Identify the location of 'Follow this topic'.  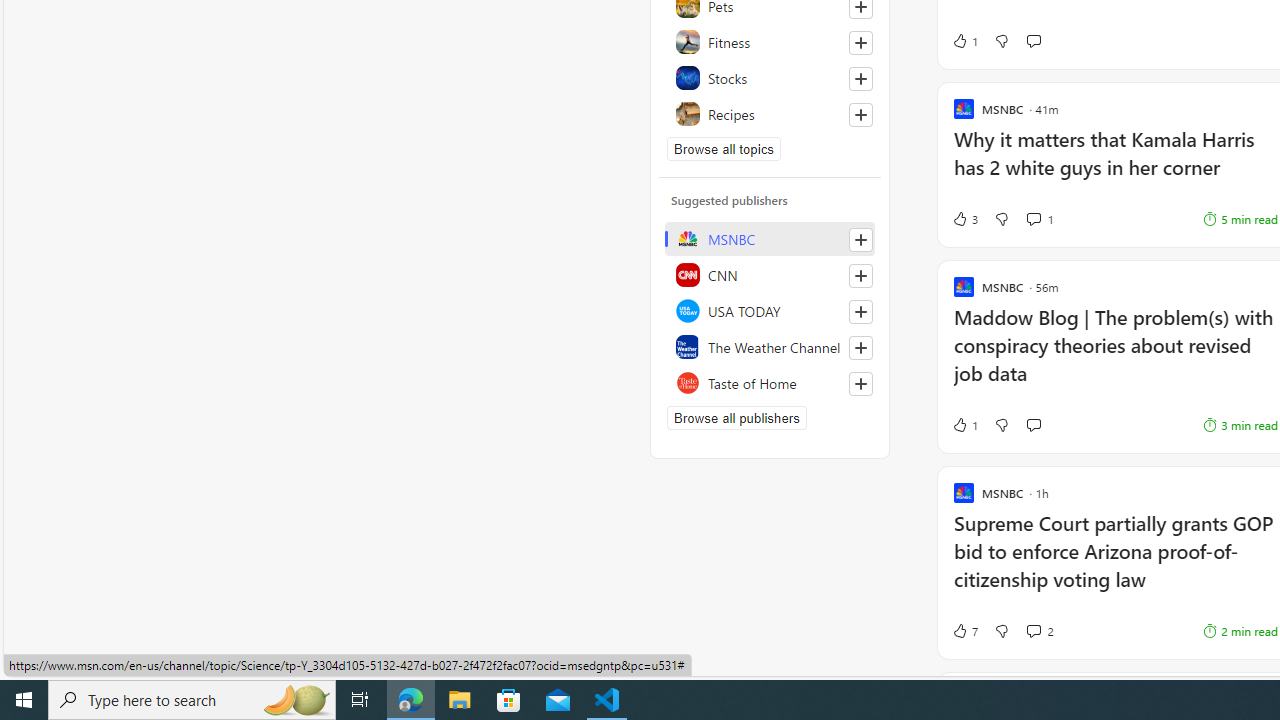
(860, 114).